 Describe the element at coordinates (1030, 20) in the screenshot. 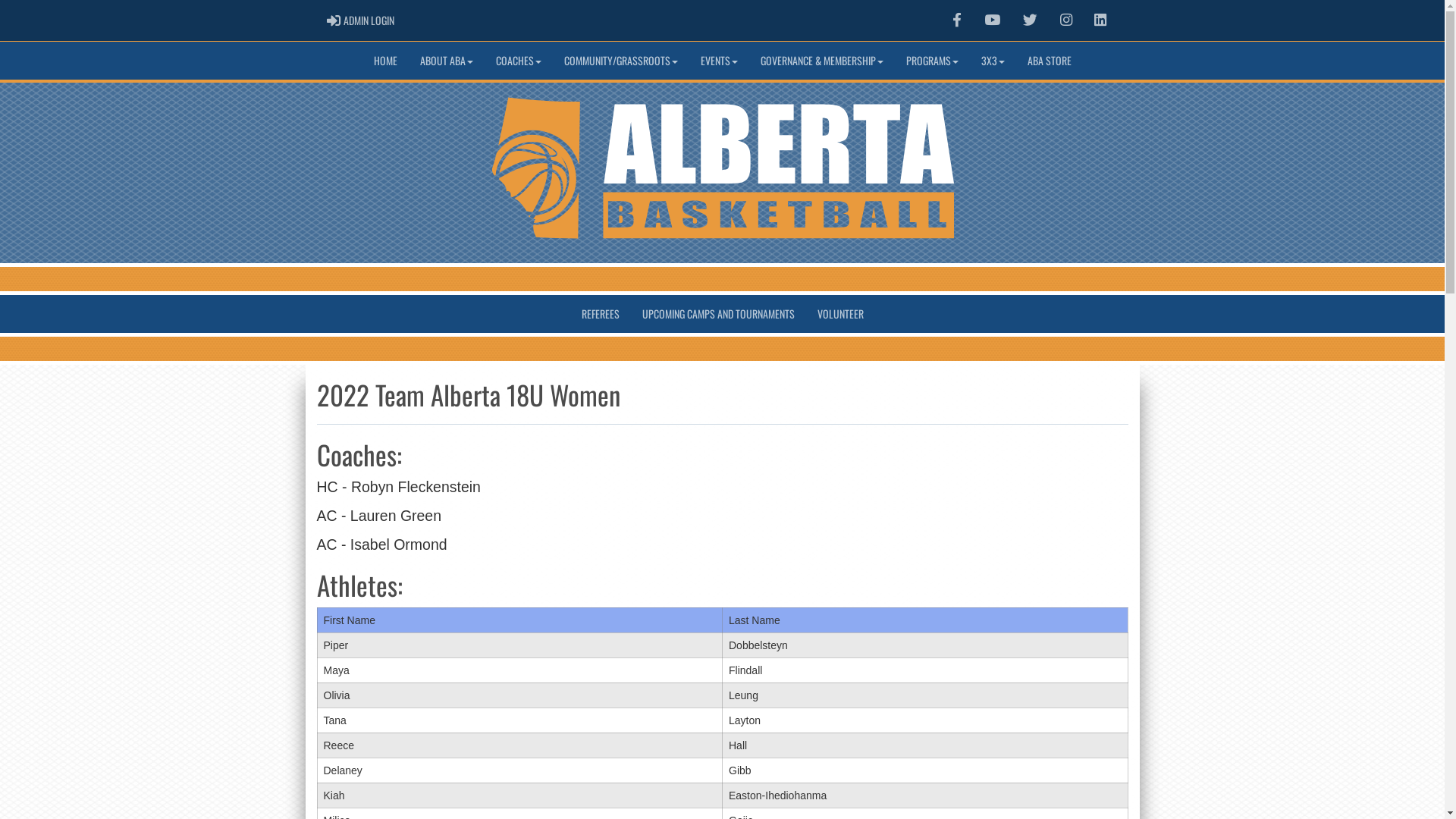

I see `'follow us'` at that location.